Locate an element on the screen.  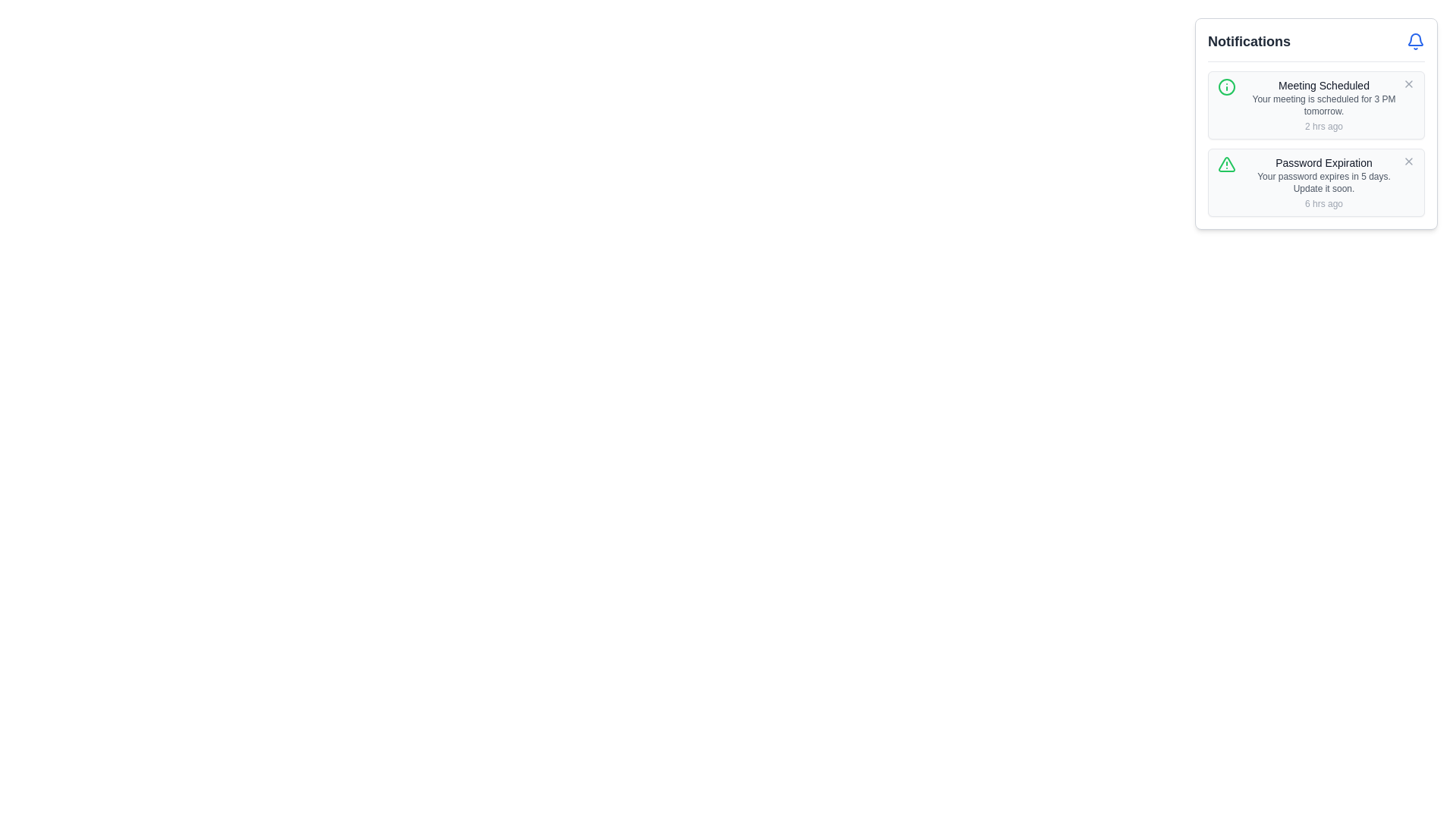
the small gray button with an 'X' icon located at the top-right corner of the notification entry titled 'Meeting Scheduled' to change its color to red is located at coordinates (1407, 84).